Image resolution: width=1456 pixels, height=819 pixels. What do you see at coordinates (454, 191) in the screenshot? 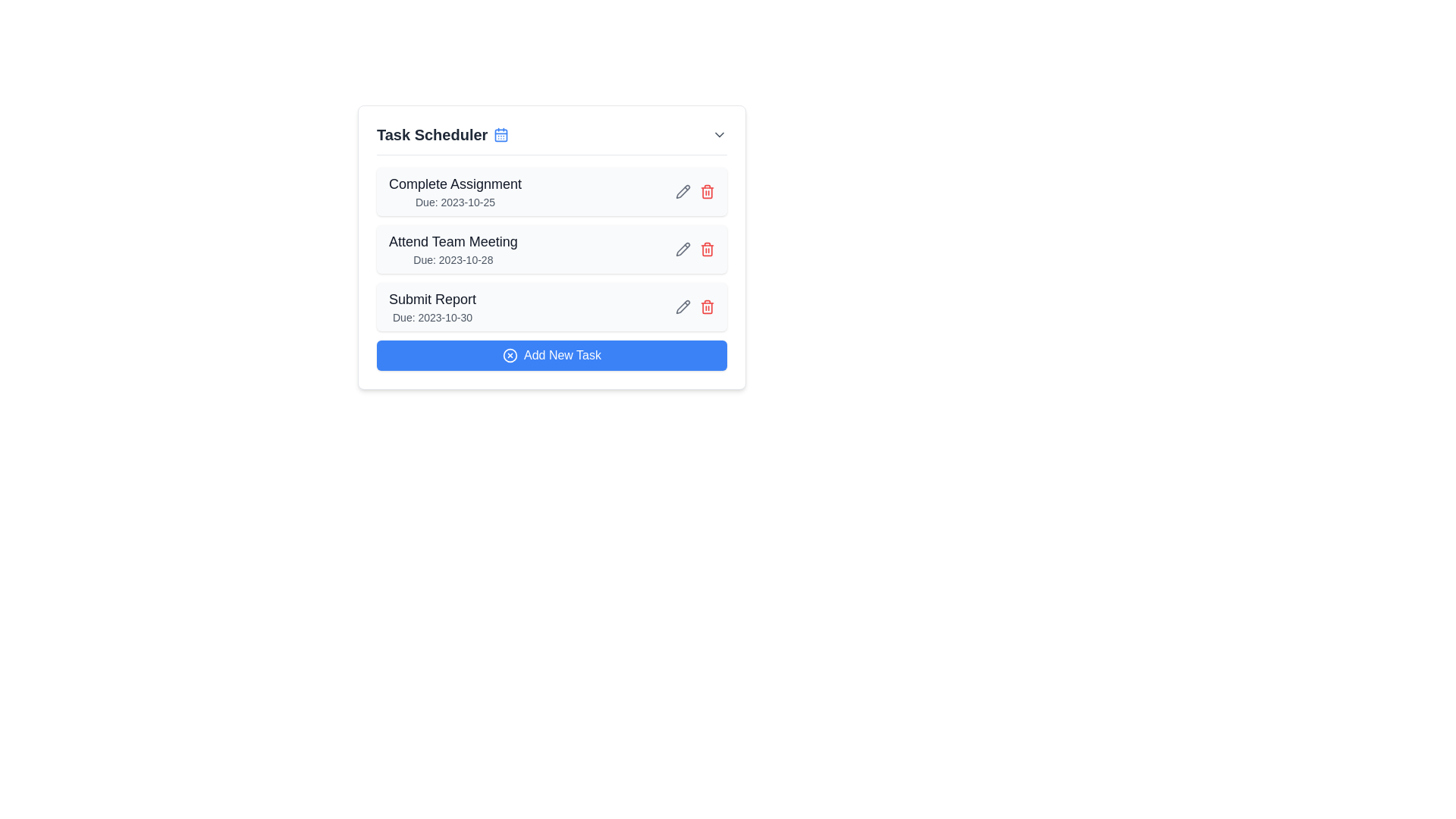
I see `the task name and deadline date text element located in the left portion of the top item in the vertically aligned list of tasks within a card-like structure` at bounding box center [454, 191].